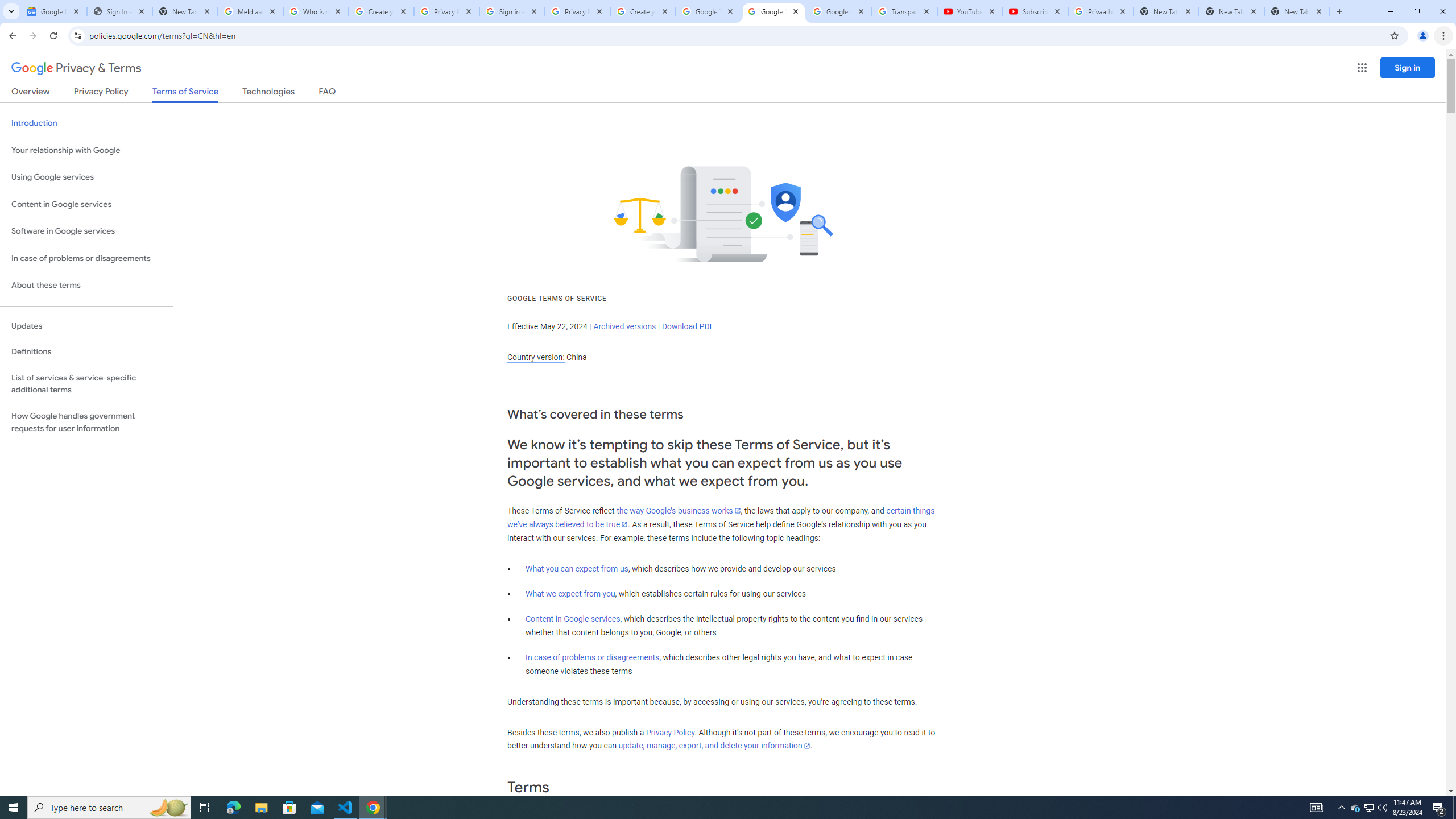  What do you see at coordinates (315, 11) in the screenshot?
I see `'Who is my administrator? - Google Account Help'` at bounding box center [315, 11].